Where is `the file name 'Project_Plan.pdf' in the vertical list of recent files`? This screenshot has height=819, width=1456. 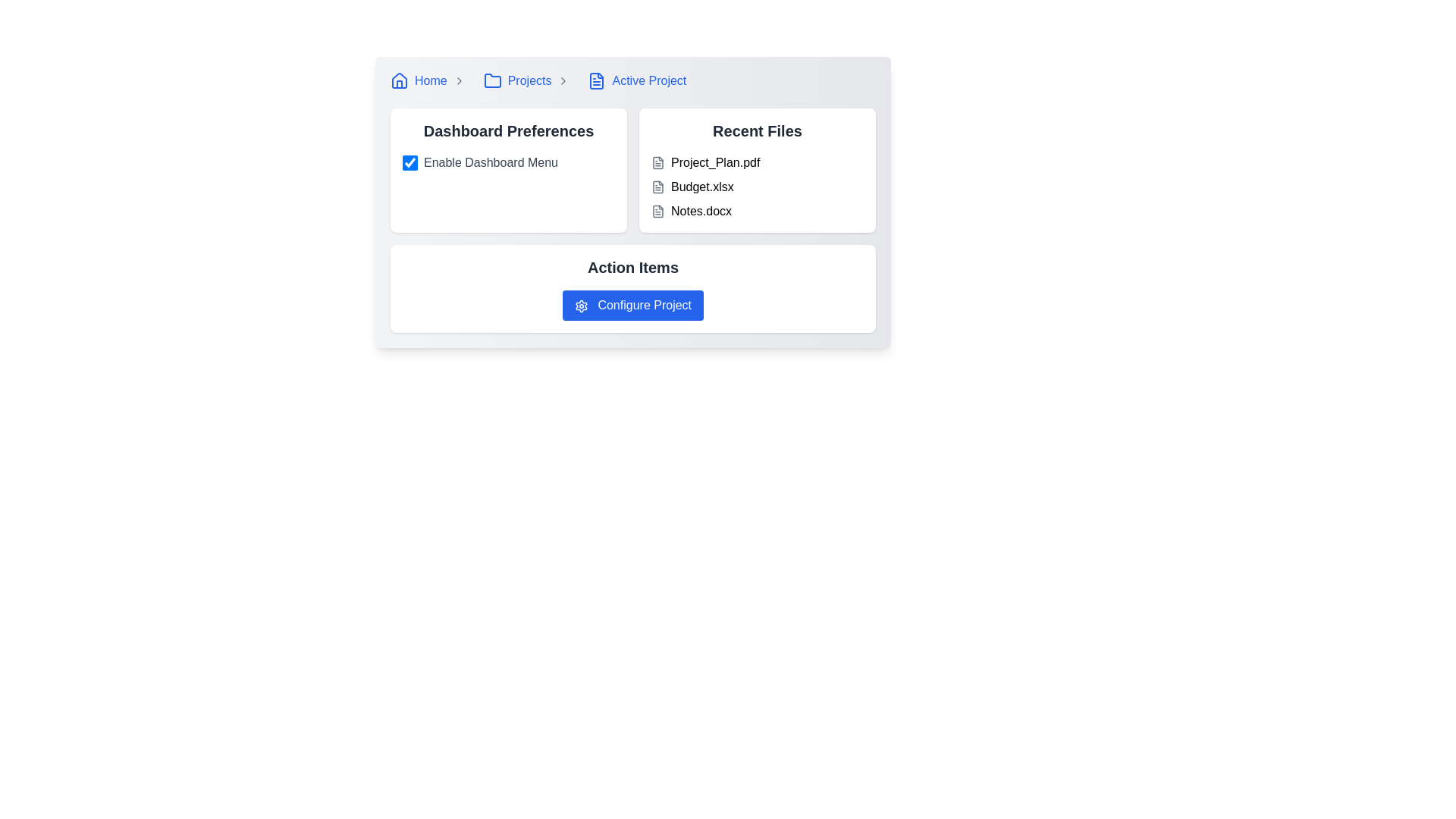 the file name 'Project_Plan.pdf' in the vertical list of recent files is located at coordinates (757, 186).